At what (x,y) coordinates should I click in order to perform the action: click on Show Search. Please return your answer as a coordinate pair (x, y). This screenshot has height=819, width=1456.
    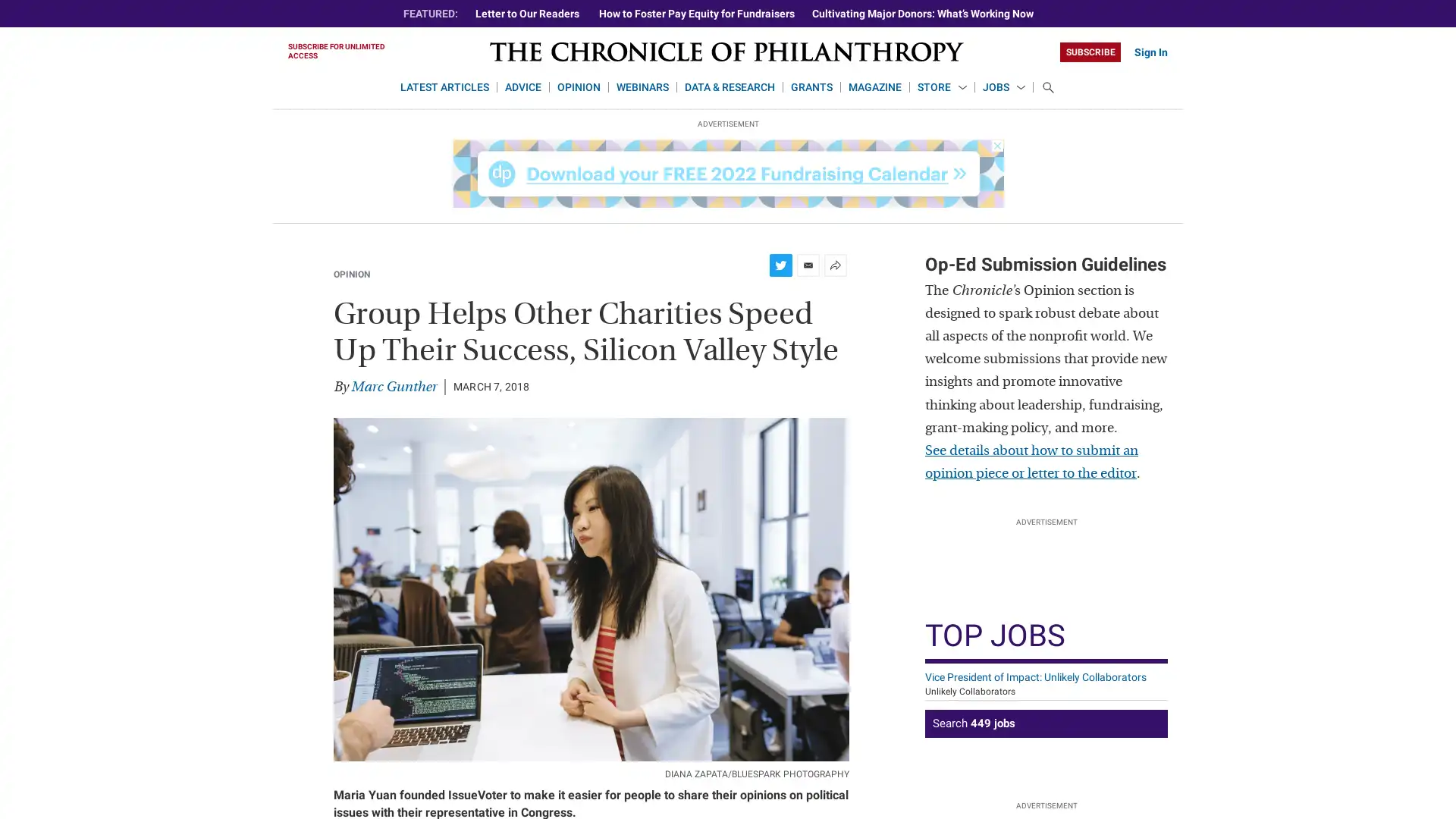
    Looking at the image, I should click on (1047, 87).